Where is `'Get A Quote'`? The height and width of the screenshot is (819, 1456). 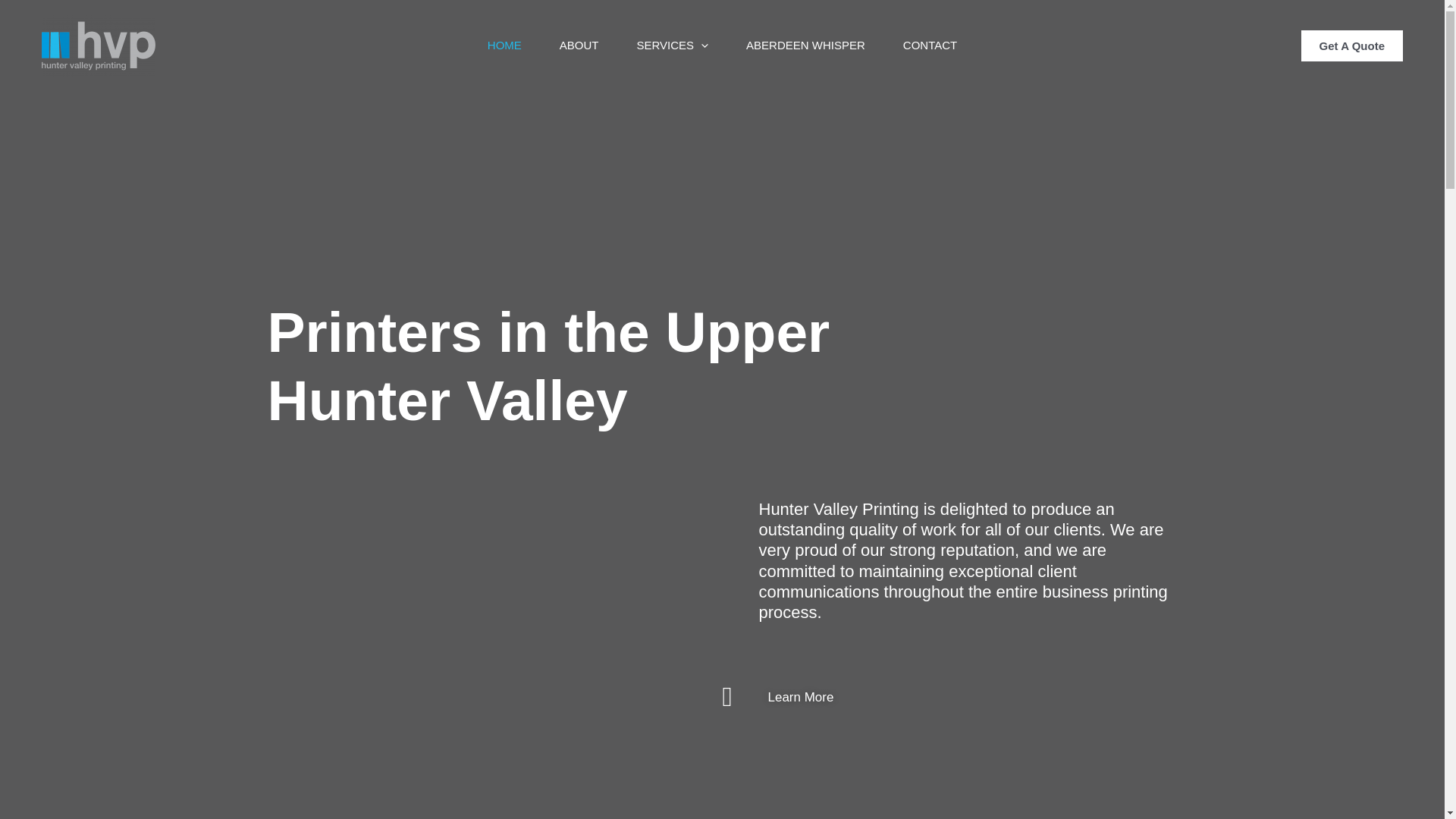
'Get A Quote' is located at coordinates (1301, 45).